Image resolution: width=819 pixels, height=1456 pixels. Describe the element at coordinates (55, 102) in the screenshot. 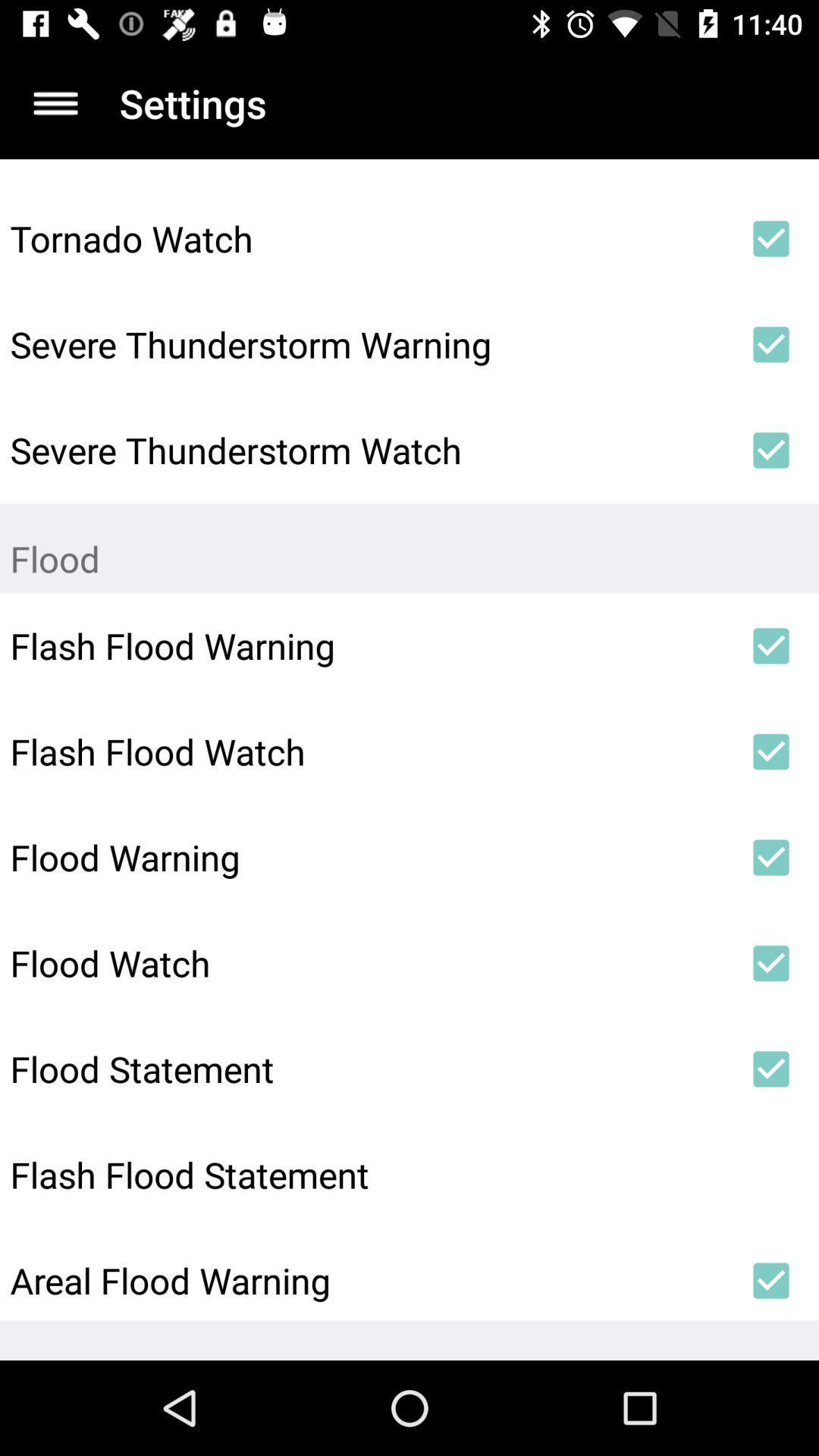

I see `configuration button` at that location.